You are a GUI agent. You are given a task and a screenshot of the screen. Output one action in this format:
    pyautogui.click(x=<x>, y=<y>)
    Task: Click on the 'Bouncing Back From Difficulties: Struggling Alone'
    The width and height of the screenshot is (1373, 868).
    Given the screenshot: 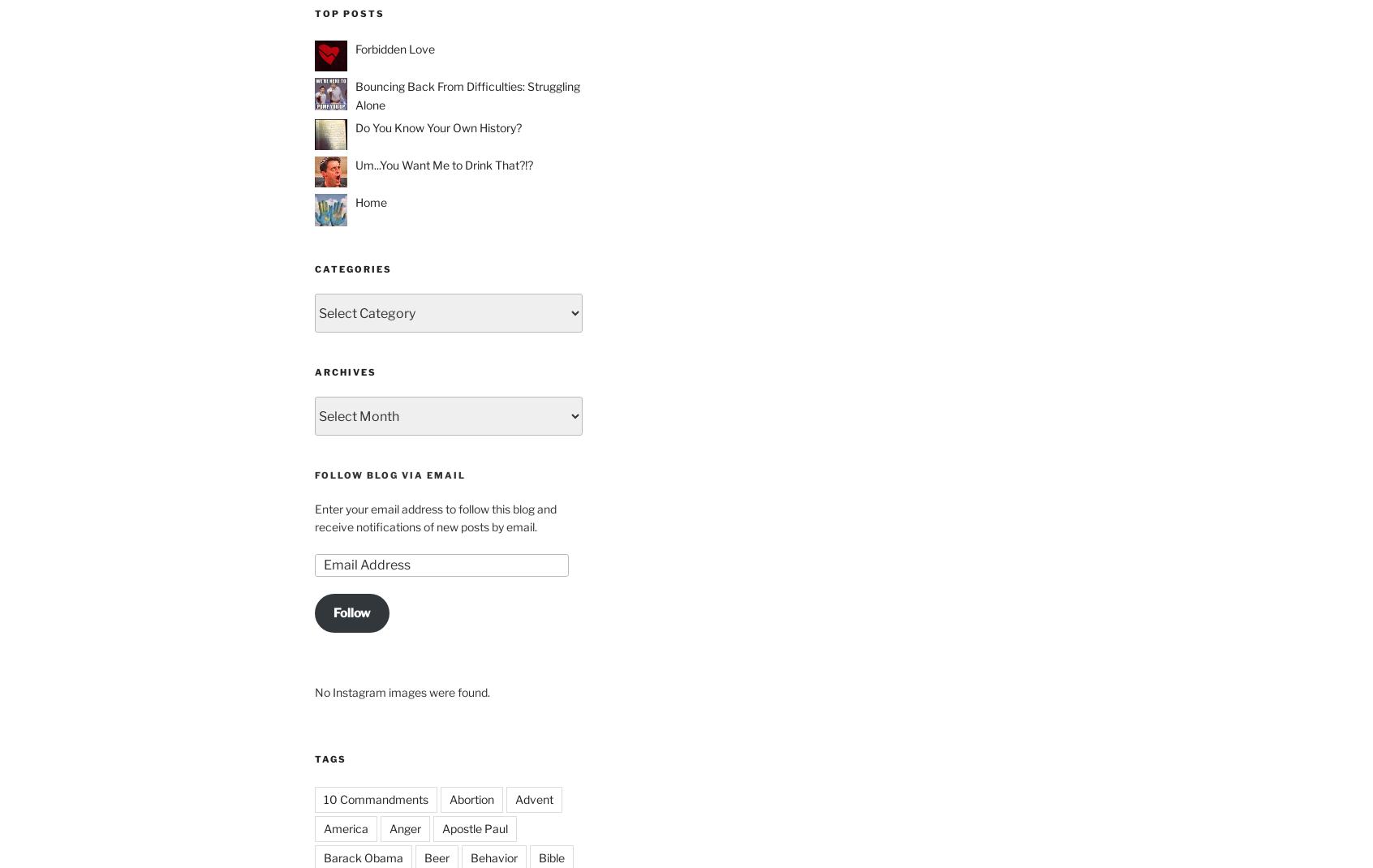 What is the action you would take?
    pyautogui.click(x=467, y=95)
    